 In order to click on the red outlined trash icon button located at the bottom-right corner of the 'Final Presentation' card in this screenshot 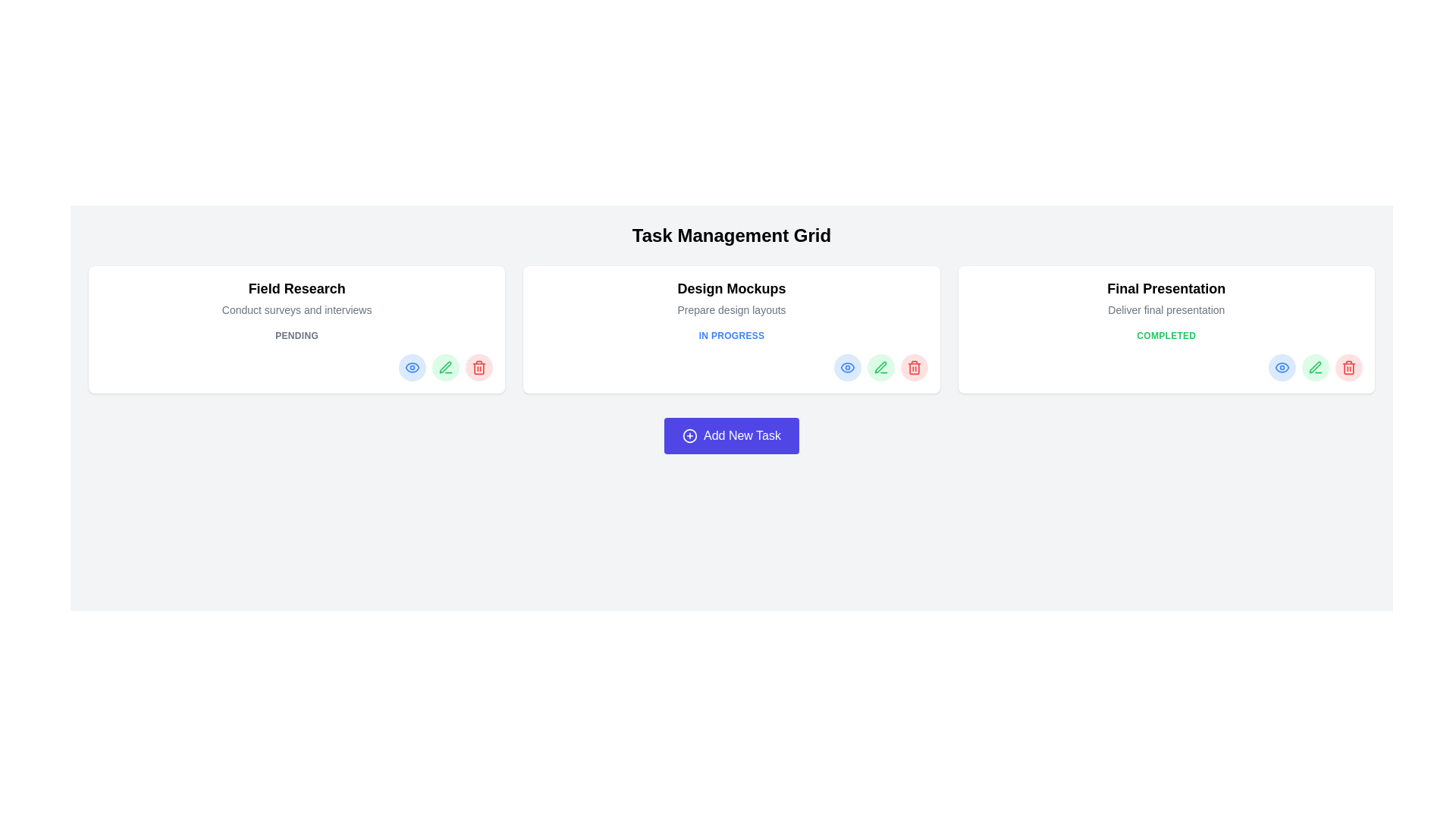, I will do `click(1349, 368)`.